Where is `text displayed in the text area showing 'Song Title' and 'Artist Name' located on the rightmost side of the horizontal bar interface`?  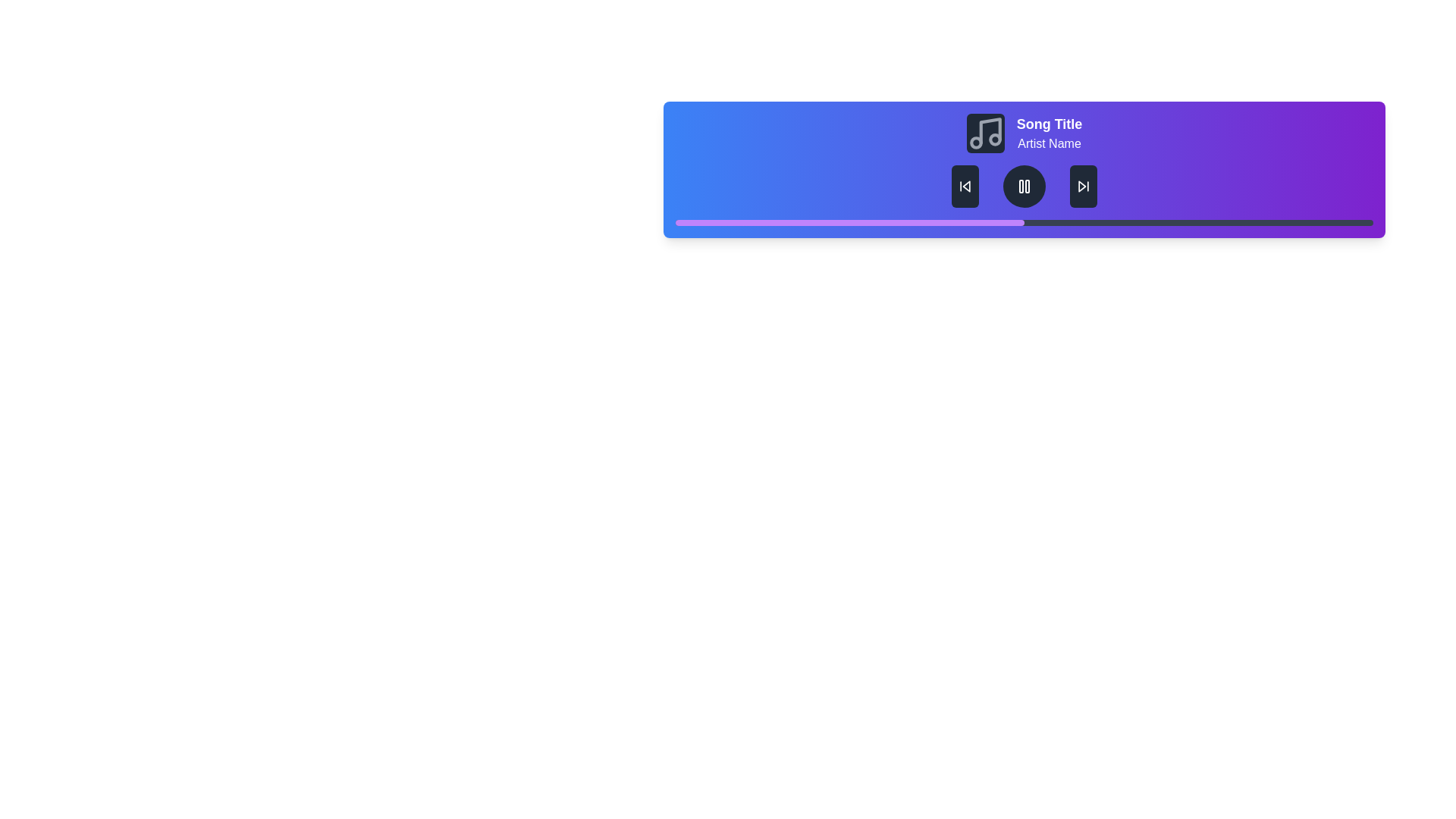
text displayed in the text area showing 'Song Title' and 'Artist Name' located on the rightmost side of the horizontal bar interface is located at coordinates (1048, 133).